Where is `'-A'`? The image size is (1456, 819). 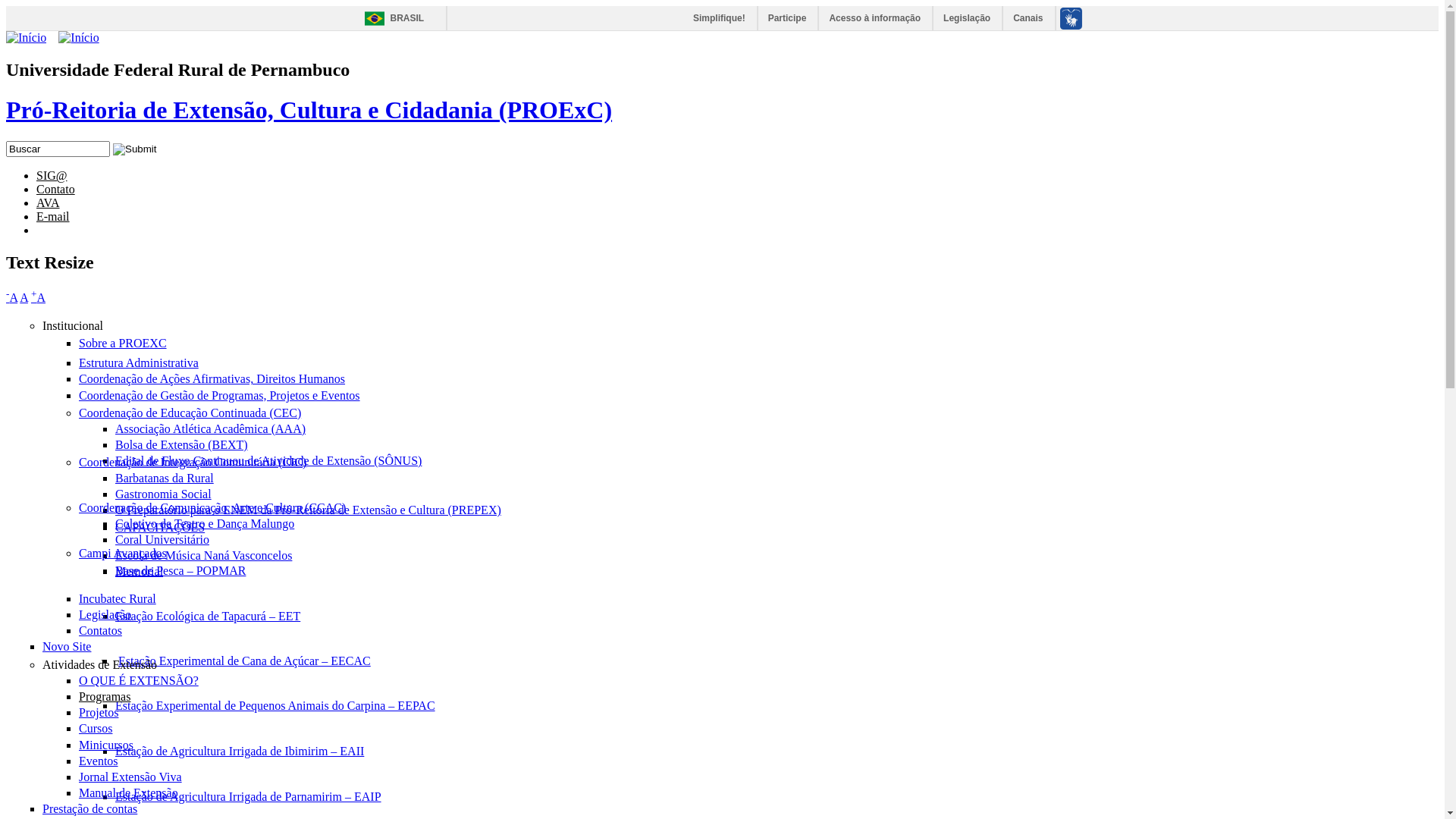 '-A' is located at coordinates (11, 297).